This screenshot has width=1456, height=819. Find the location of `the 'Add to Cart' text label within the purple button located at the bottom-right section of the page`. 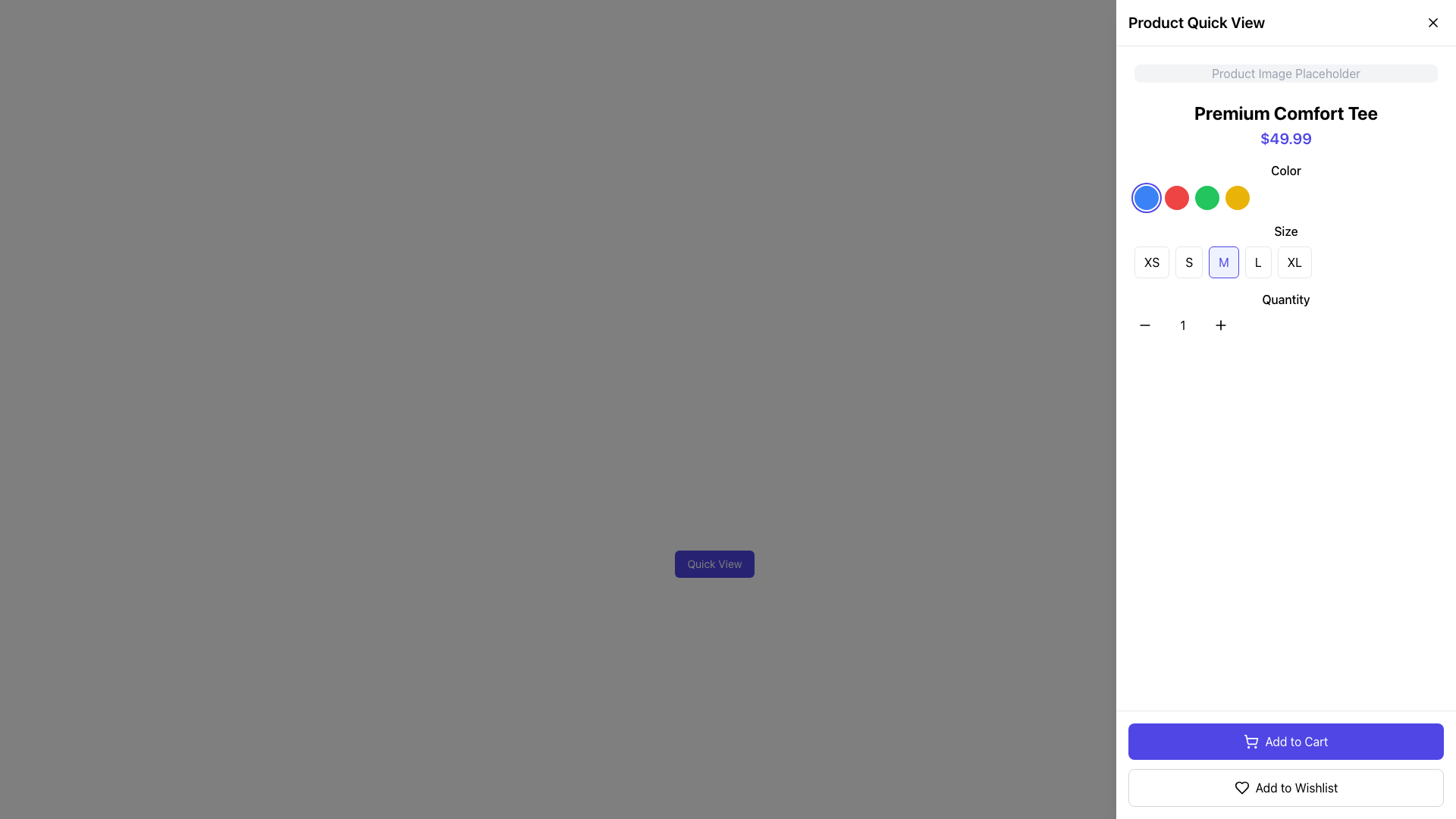

the 'Add to Cart' text label within the purple button located at the bottom-right section of the page is located at coordinates (1295, 741).